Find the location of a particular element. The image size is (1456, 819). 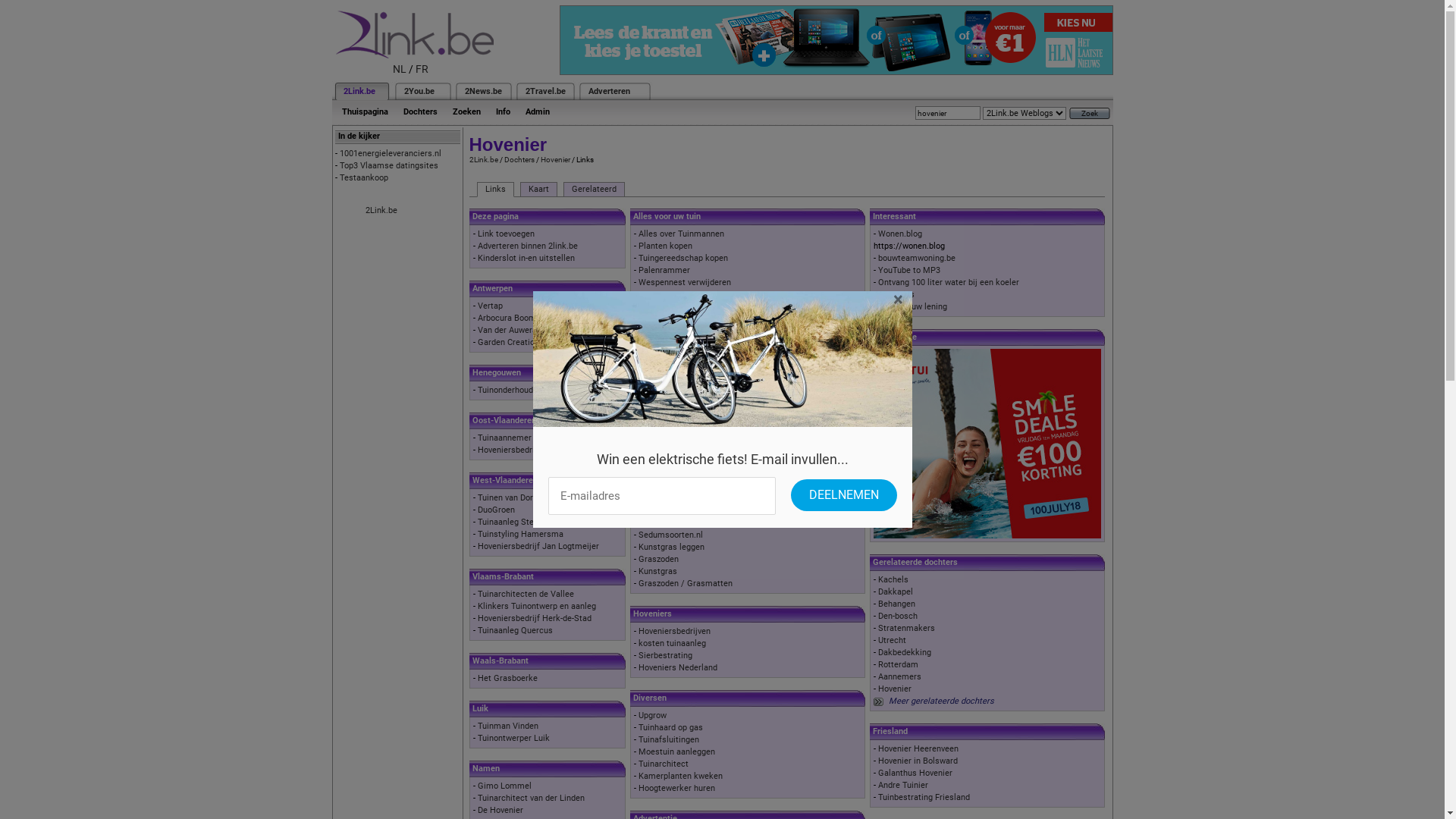

'Hovenier' is located at coordinates (554, 159).